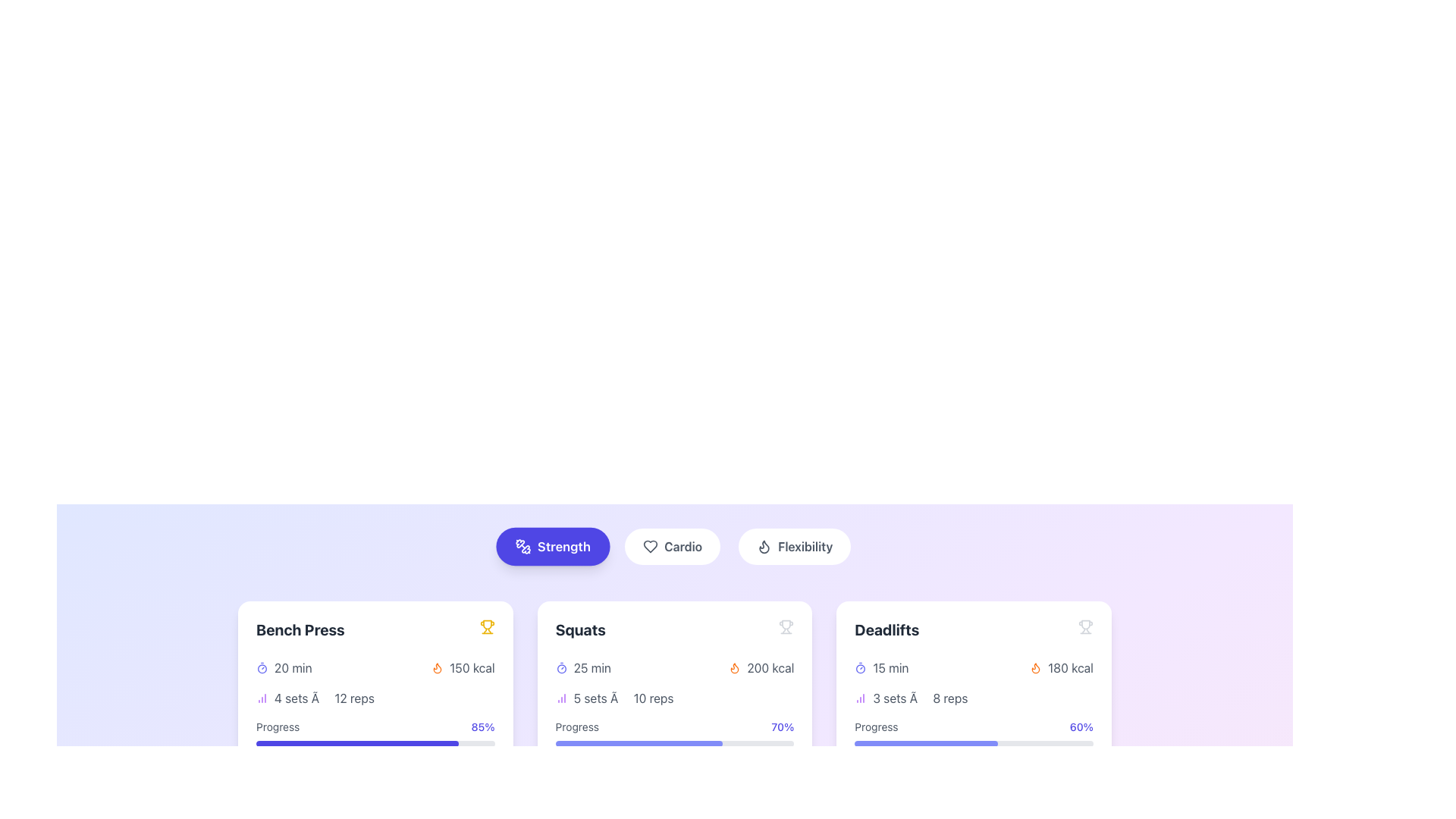 The image size is (1456, 819). I want to click on the middle button labeled 'Cardio', so click(672, 547).